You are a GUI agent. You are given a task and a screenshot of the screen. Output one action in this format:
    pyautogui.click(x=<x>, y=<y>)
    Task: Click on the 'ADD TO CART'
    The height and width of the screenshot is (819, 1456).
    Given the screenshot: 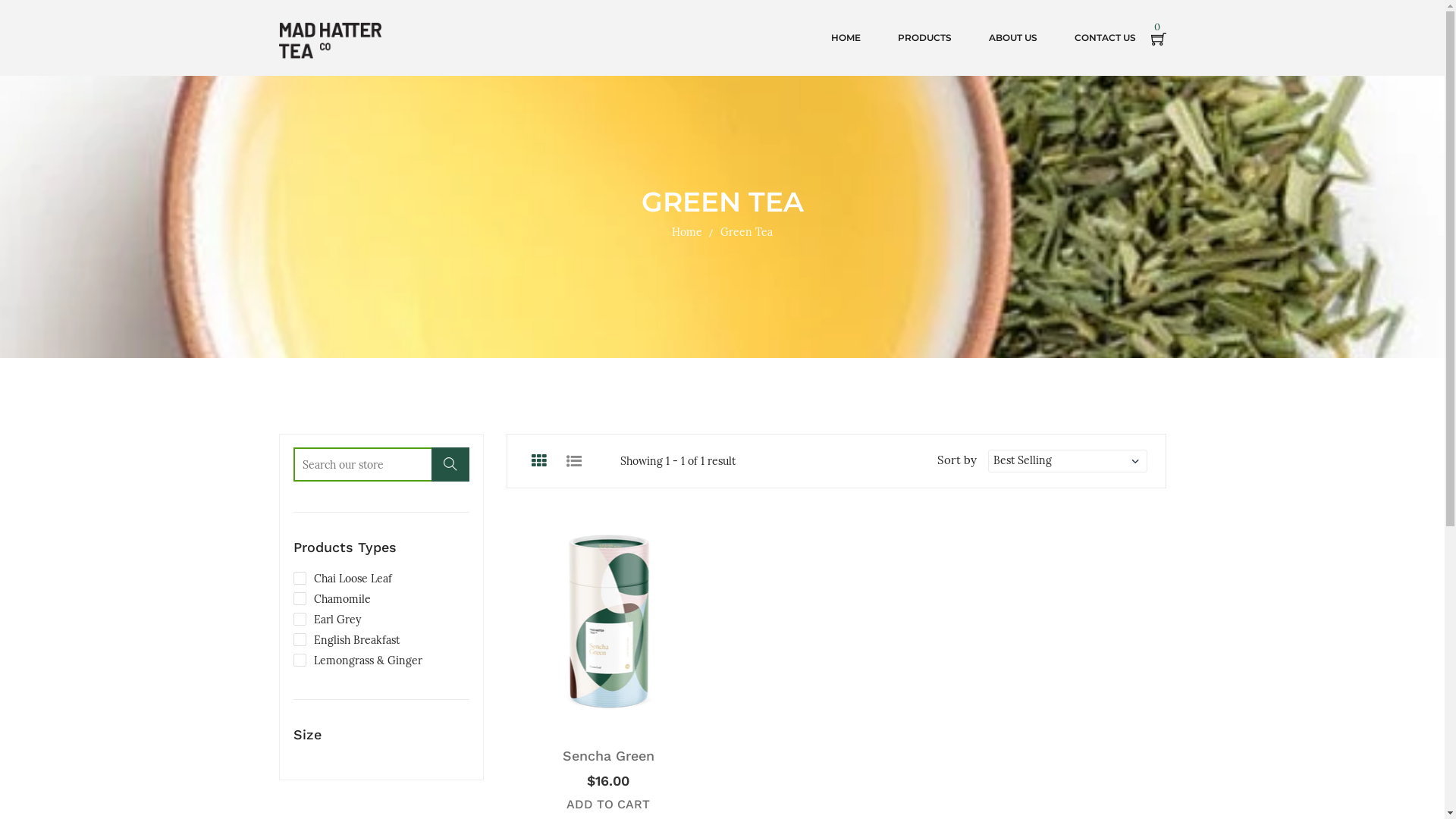 What is the action you would take?
    pyautogui.click(x=607, y=803)
    